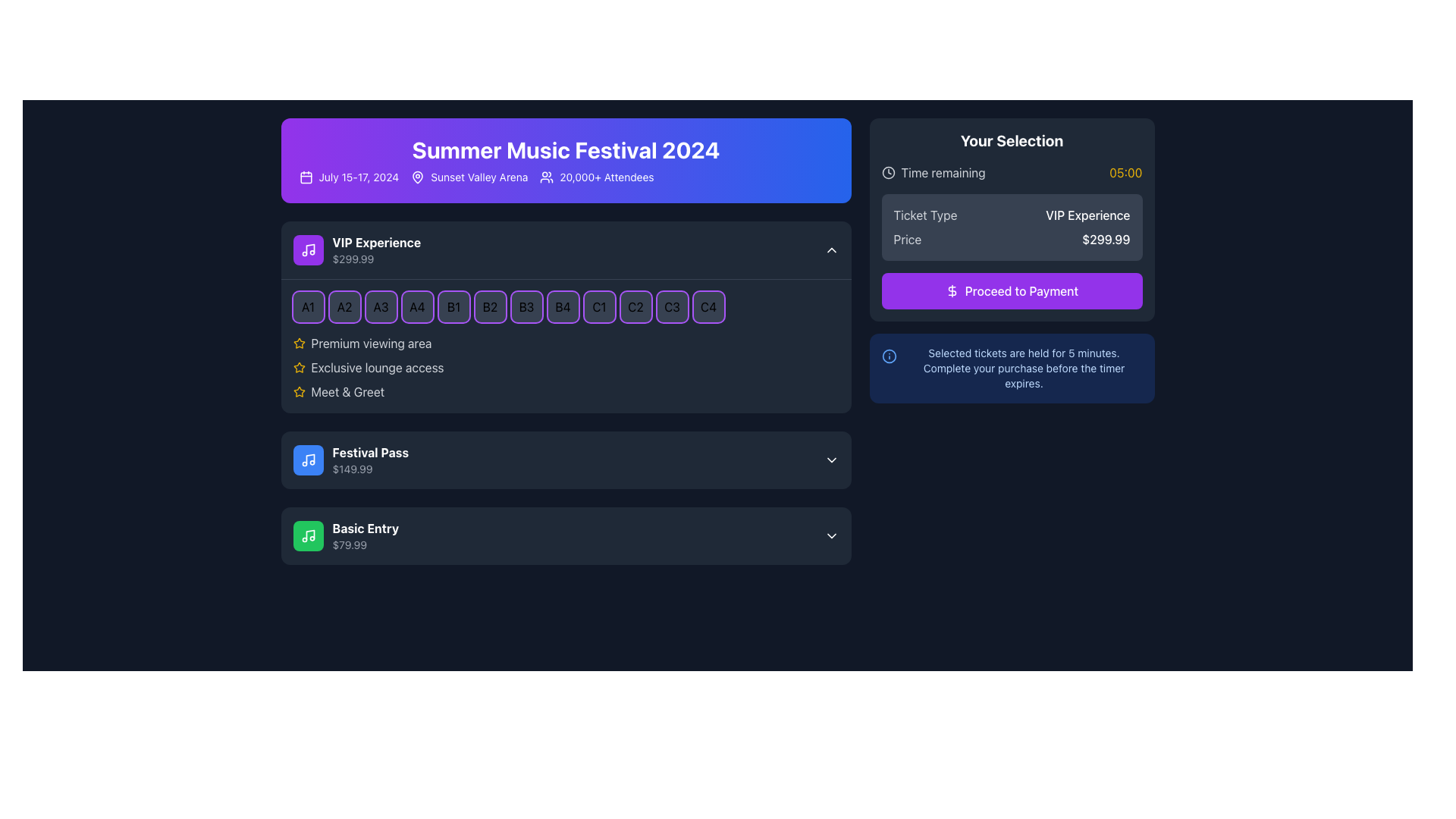 Image resolution: width=1456 pixels, height=819 pixels. Describe the element at coordinates (565, 149) in the screenshot. I see `the bold, large static text label reading 'Summer Music Festival 2024' that is styled in white on a gradient purple to blue background, positioned centrally in the top section of the interface` at that location.